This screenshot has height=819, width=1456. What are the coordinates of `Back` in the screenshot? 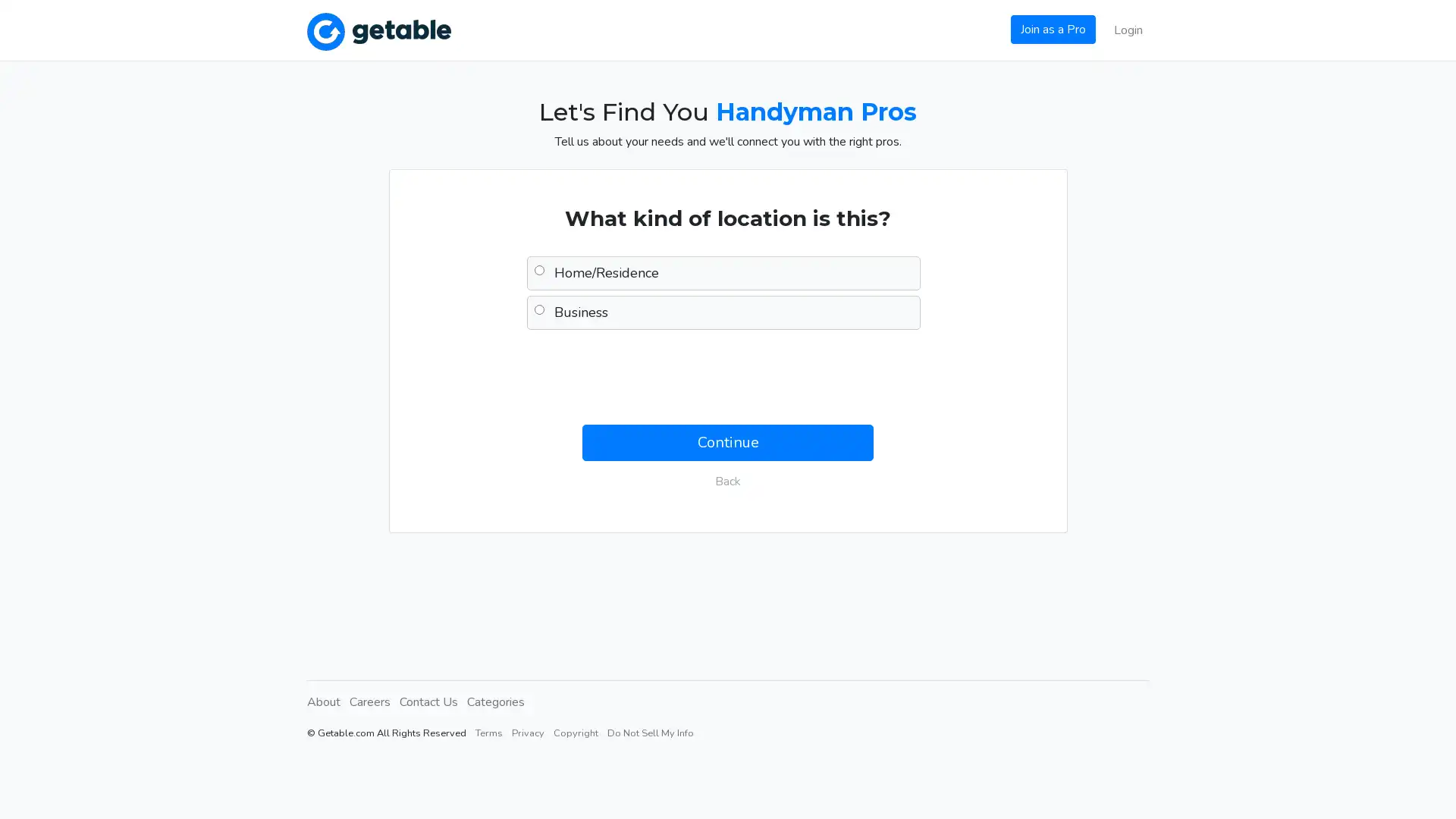 It's located at (726, 482).